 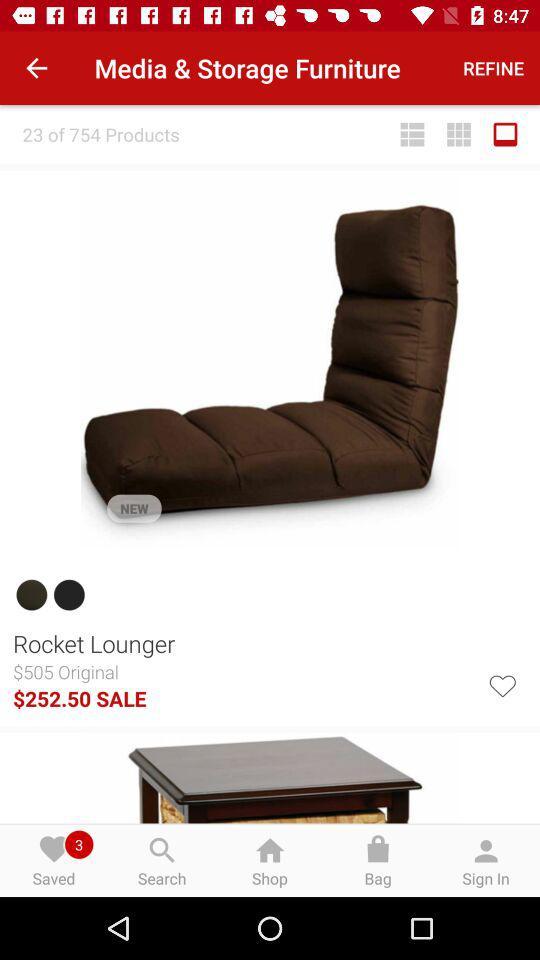 I want to click on the icon to the right of media & storage furniture icon, so click(x=492, y=68).